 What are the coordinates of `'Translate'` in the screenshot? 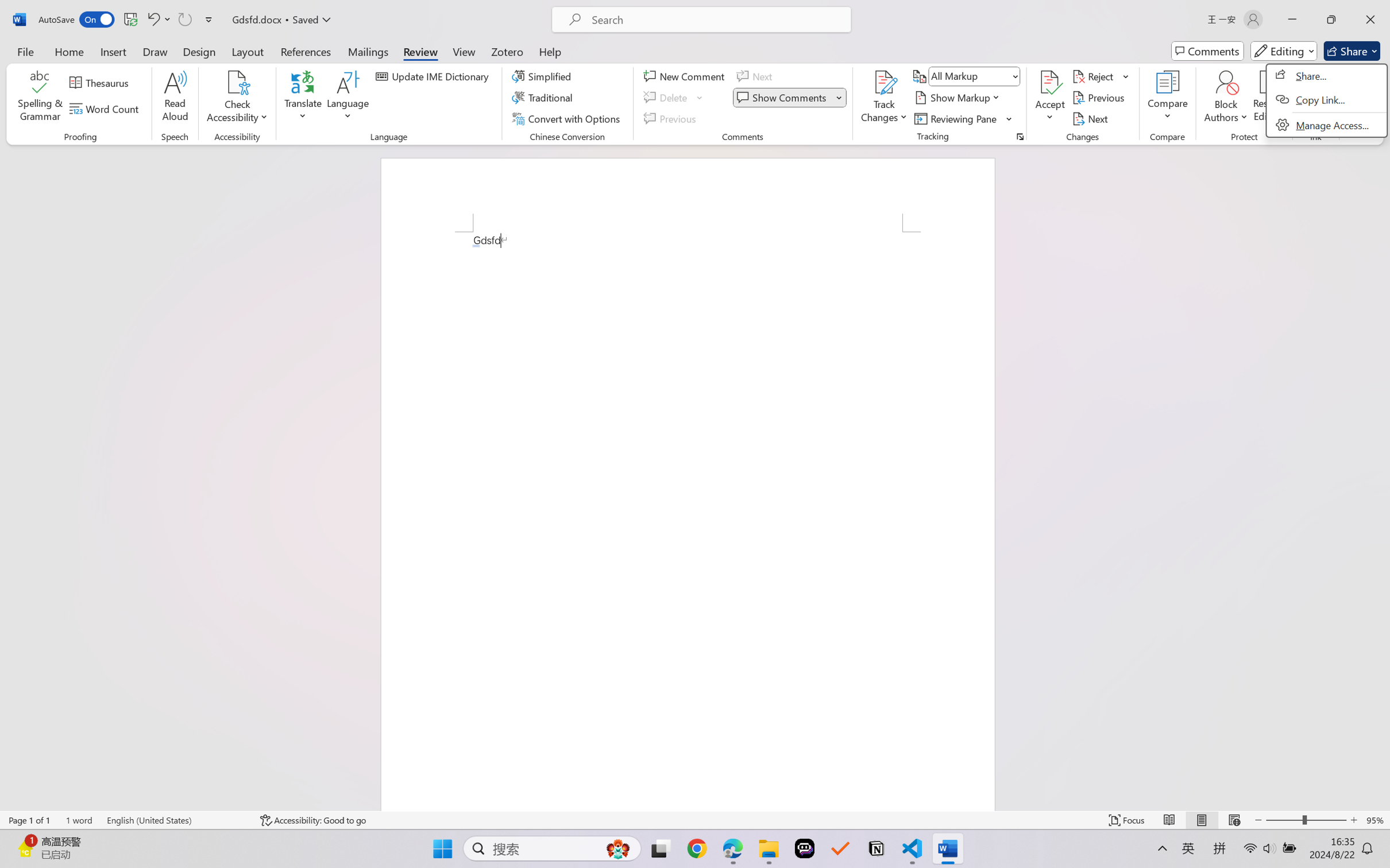 It's located at (303, 98).